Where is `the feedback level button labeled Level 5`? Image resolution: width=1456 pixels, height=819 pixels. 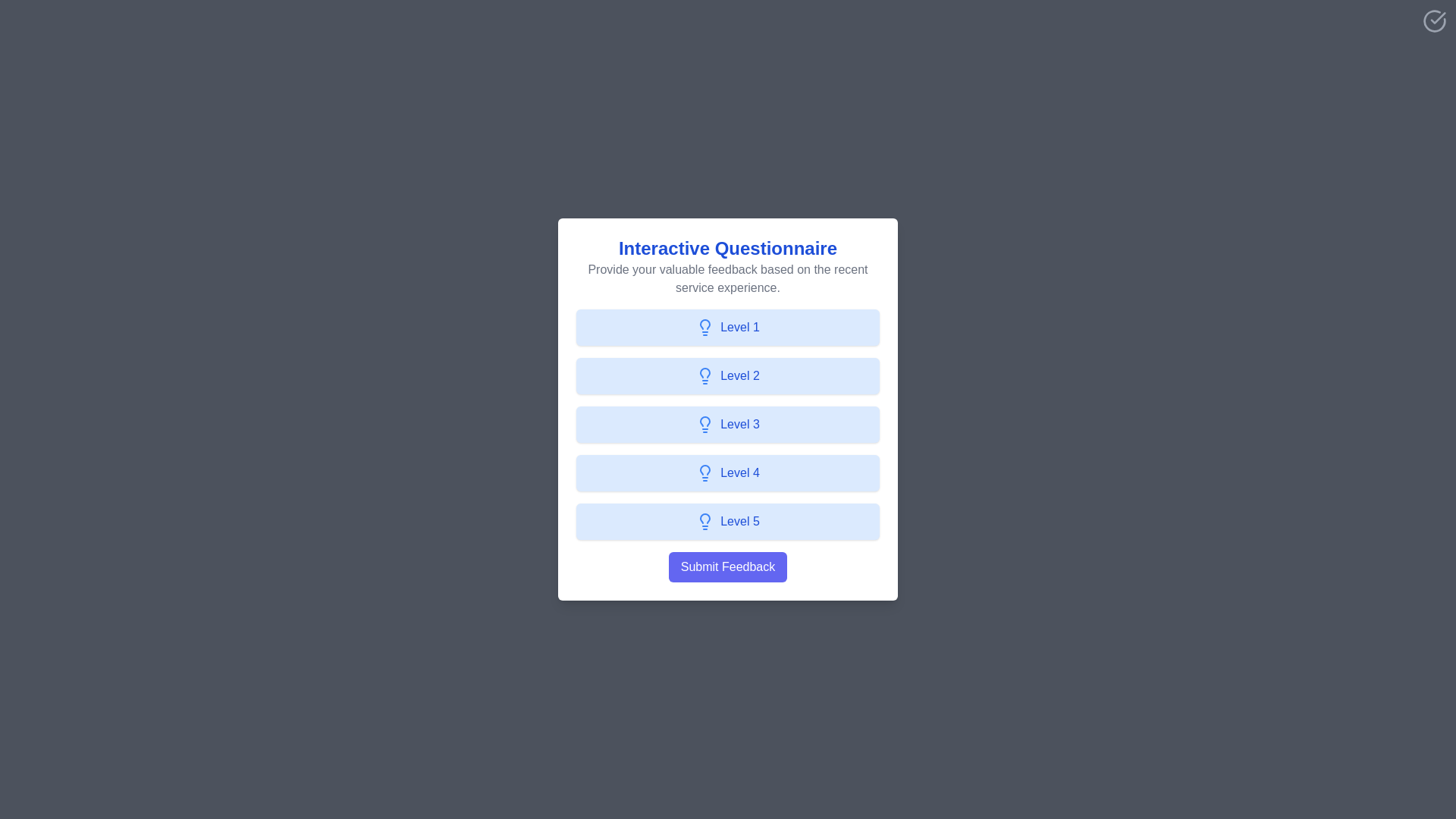 the feedback level button labeled Level 5 is located at coordinates (728, 520).